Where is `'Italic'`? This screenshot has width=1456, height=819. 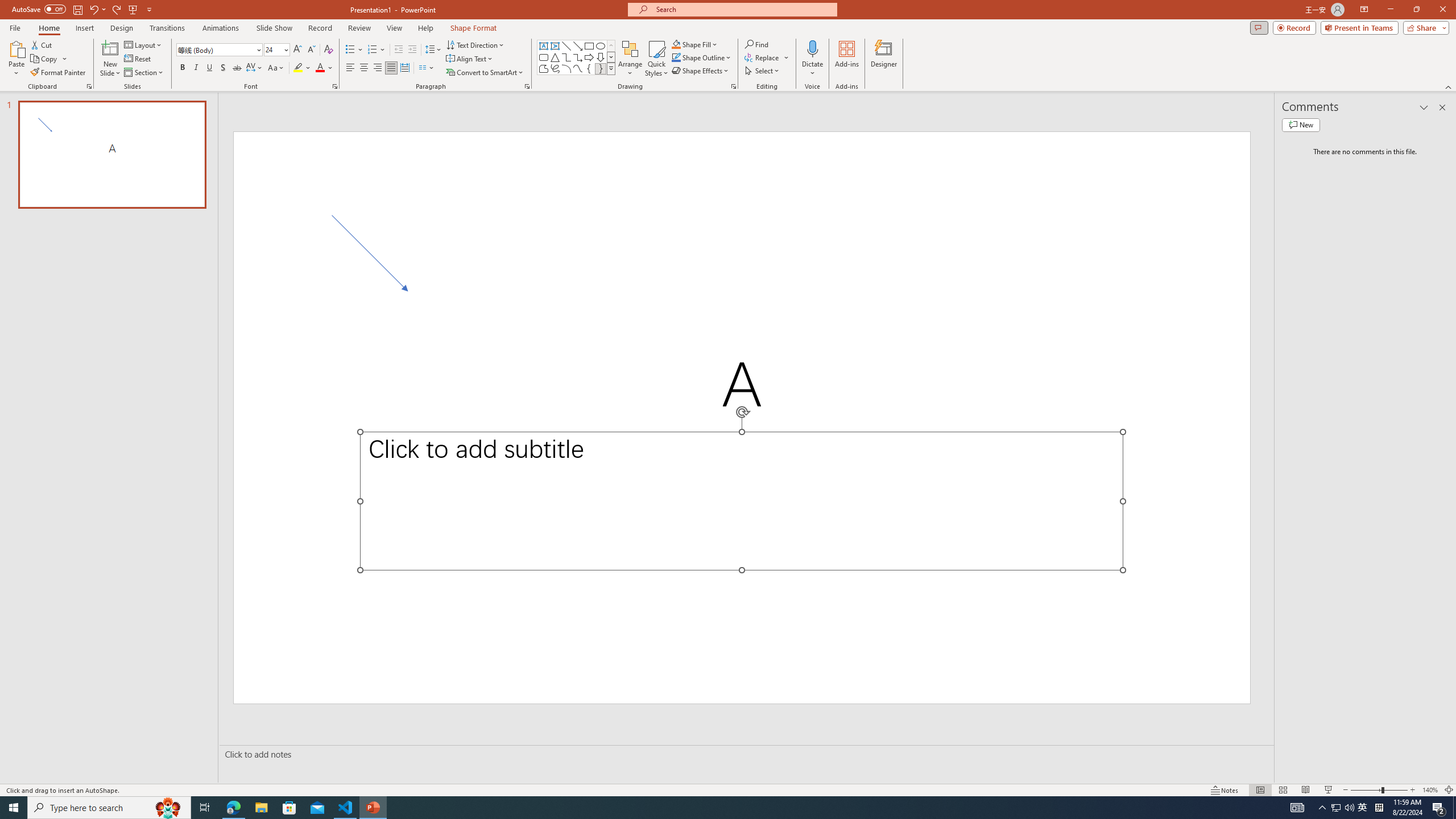
'Italic' is located at coordinates (195, 67).